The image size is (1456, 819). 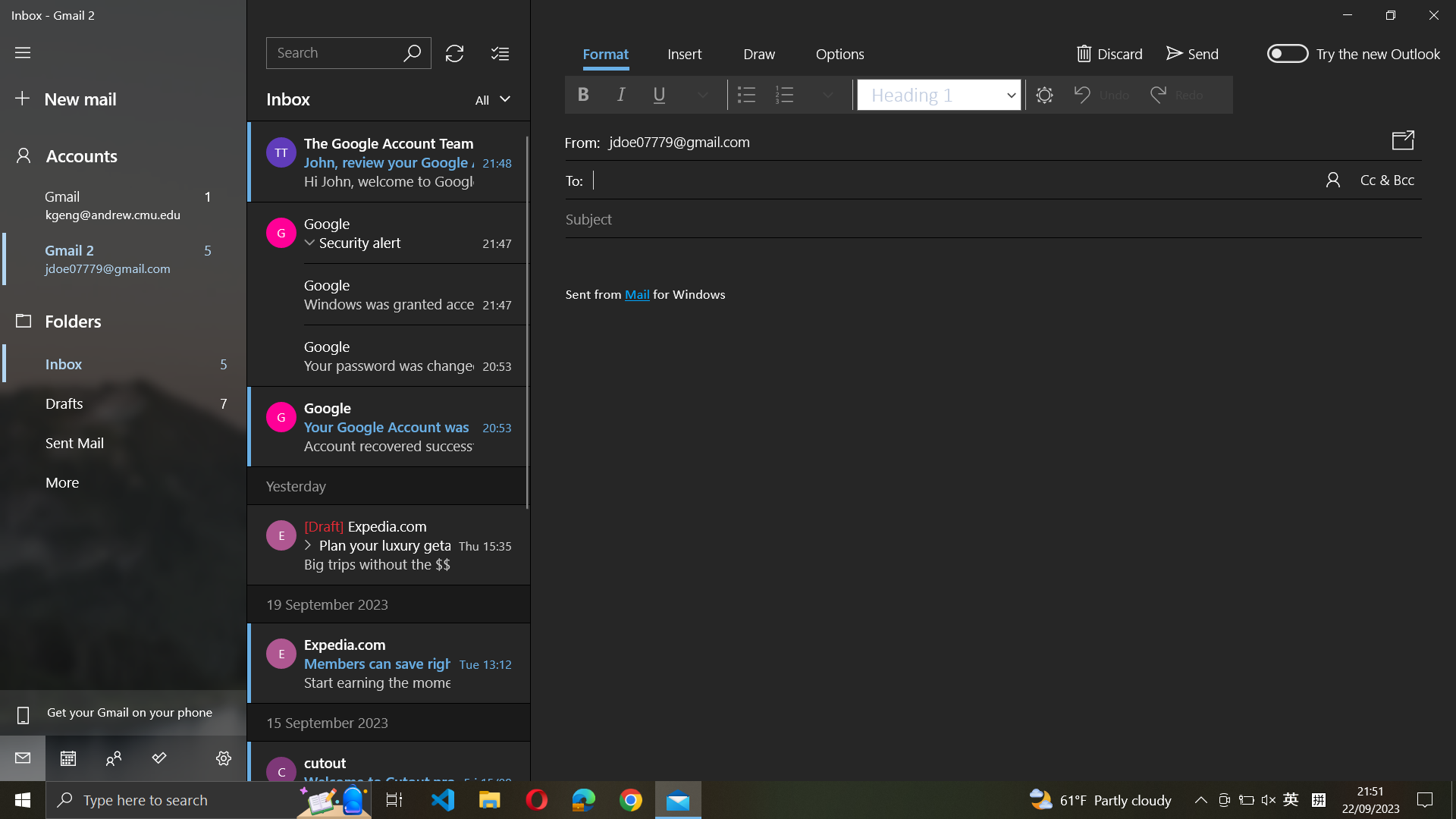 What do you see at coordinates (998, 479) in the screenshot?
I see `Change the Signature to "John" and underline it` at bounding box center [998, 479].